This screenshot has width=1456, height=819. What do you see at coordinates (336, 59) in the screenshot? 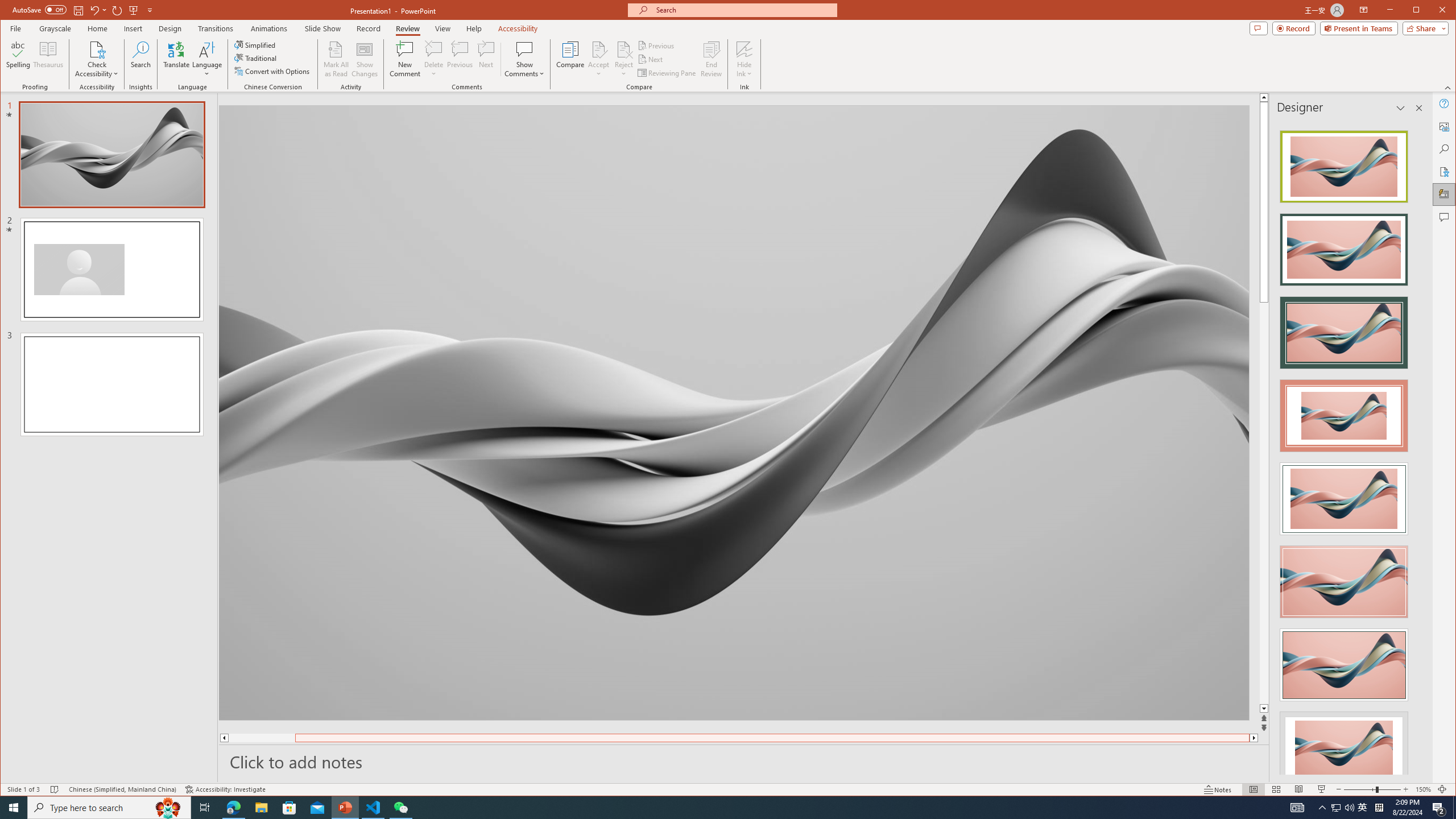
I see `'Mark All as Read'` at bounding box center [336, 59].